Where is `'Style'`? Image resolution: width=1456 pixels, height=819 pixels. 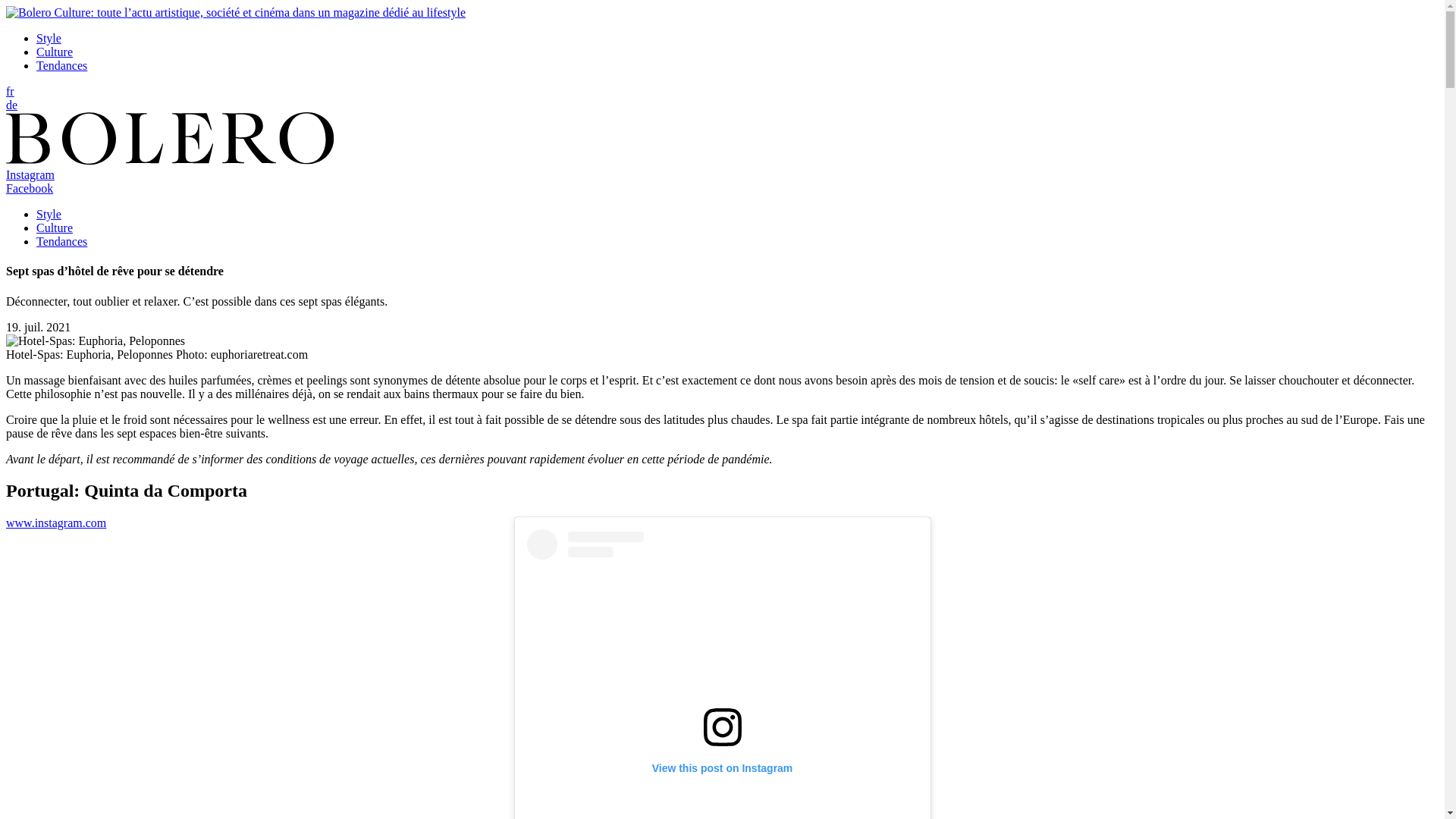
'Style' is located at coordinates (49, 214).